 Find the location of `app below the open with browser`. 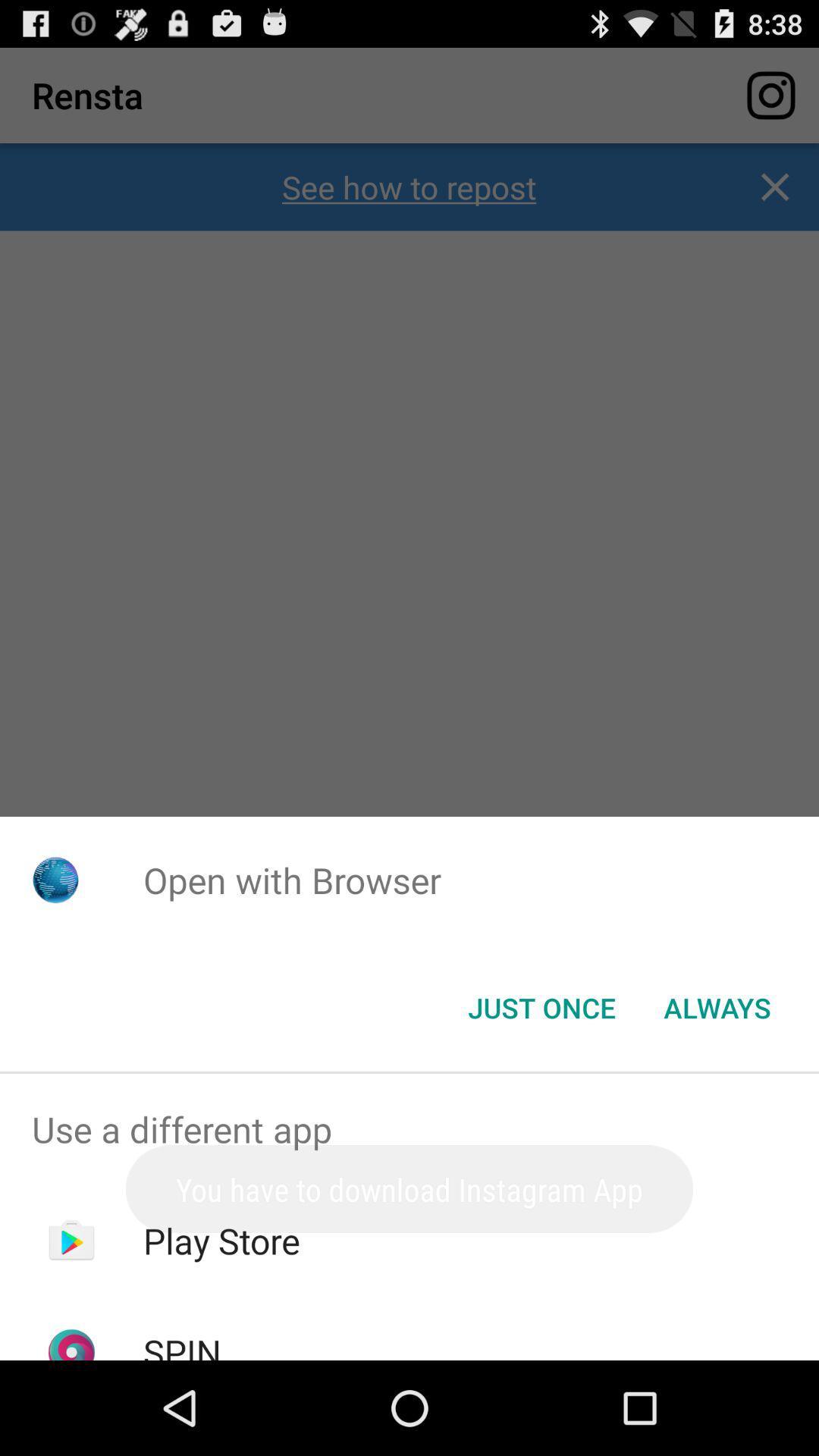

app below the open with browser is located at coordinates (717, 1008).